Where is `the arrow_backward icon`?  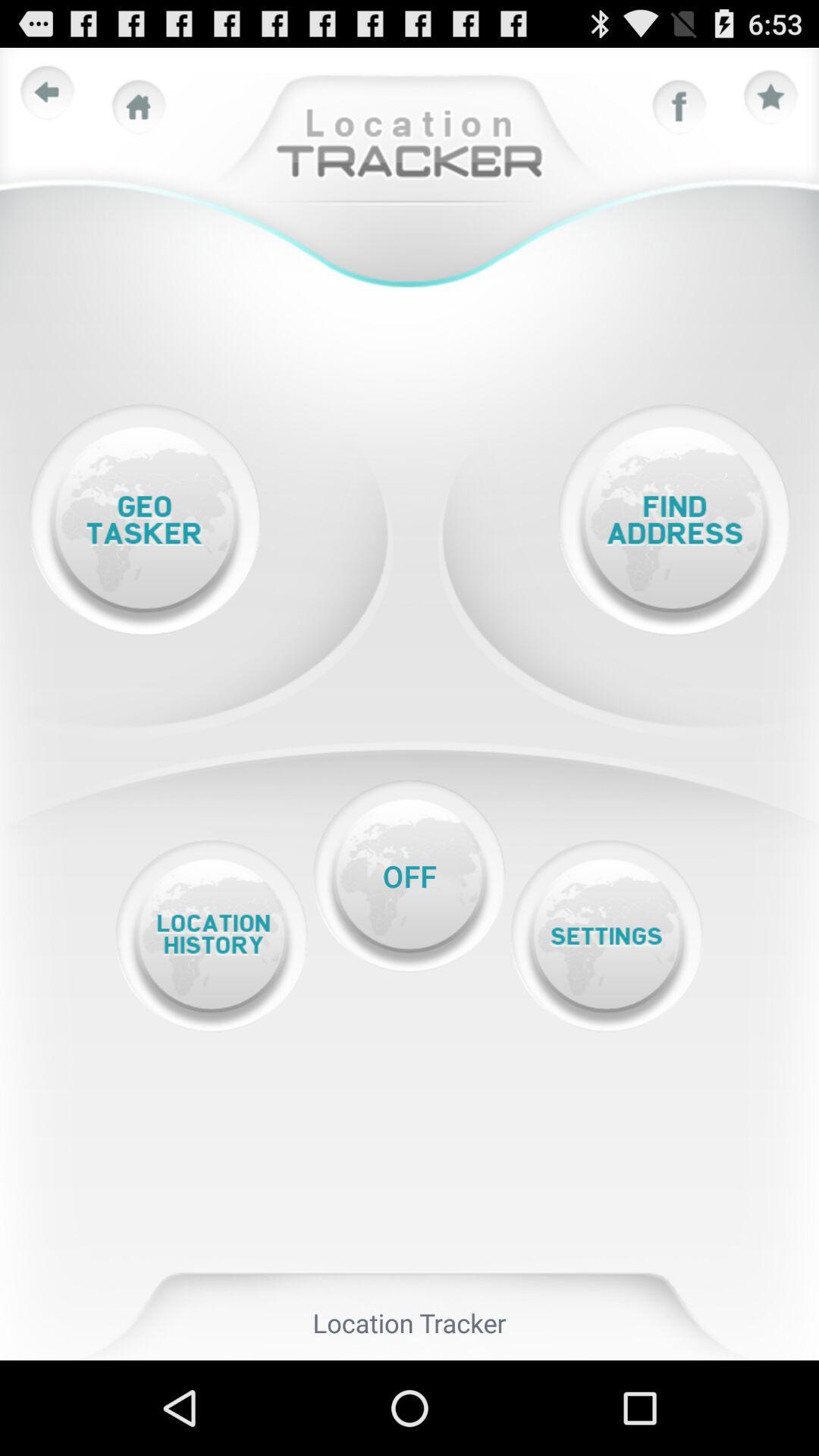
the arrow_backward icon is located at coordinates (46, 99).